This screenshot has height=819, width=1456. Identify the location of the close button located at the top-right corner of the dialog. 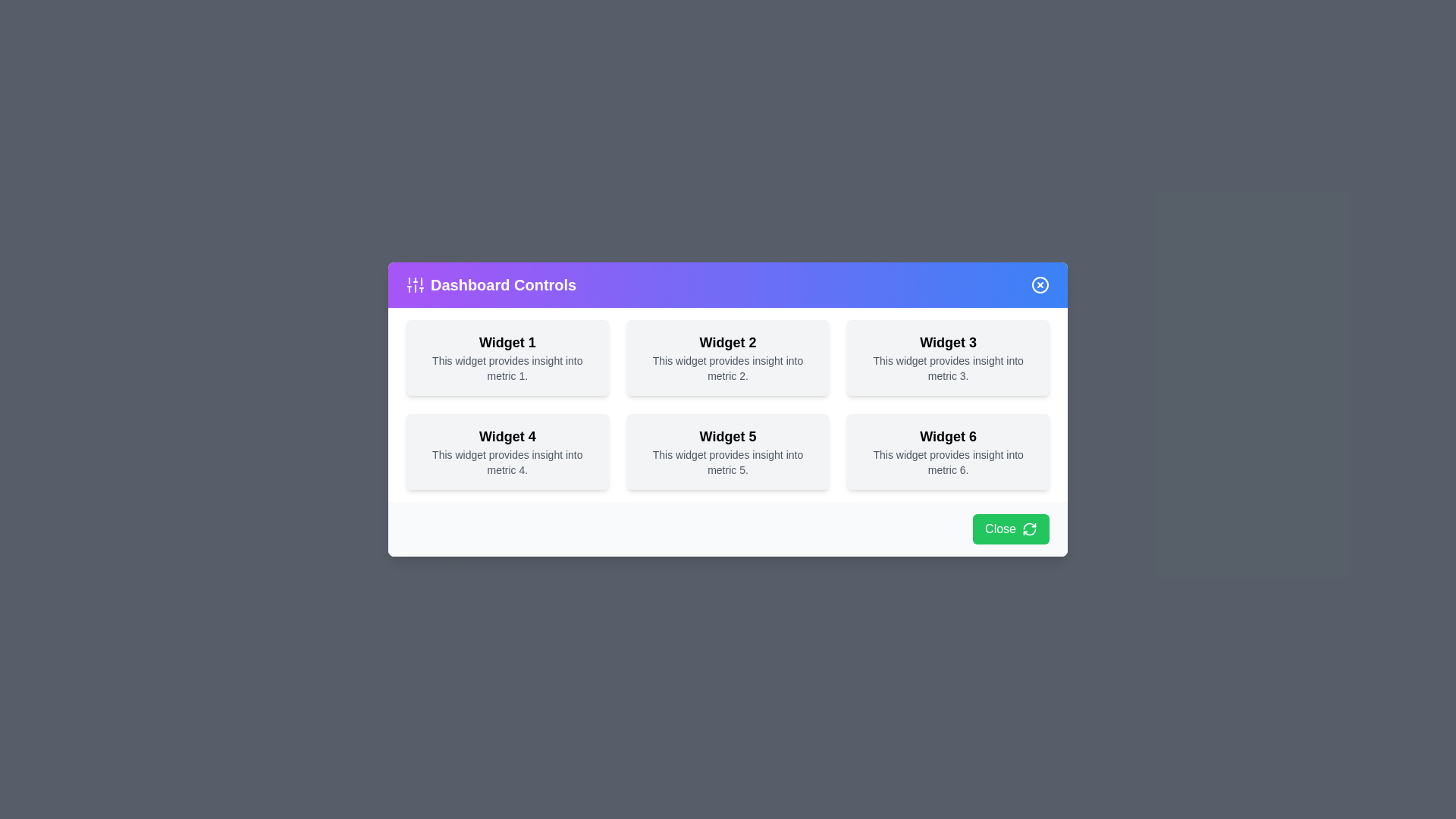
(1040, 284).